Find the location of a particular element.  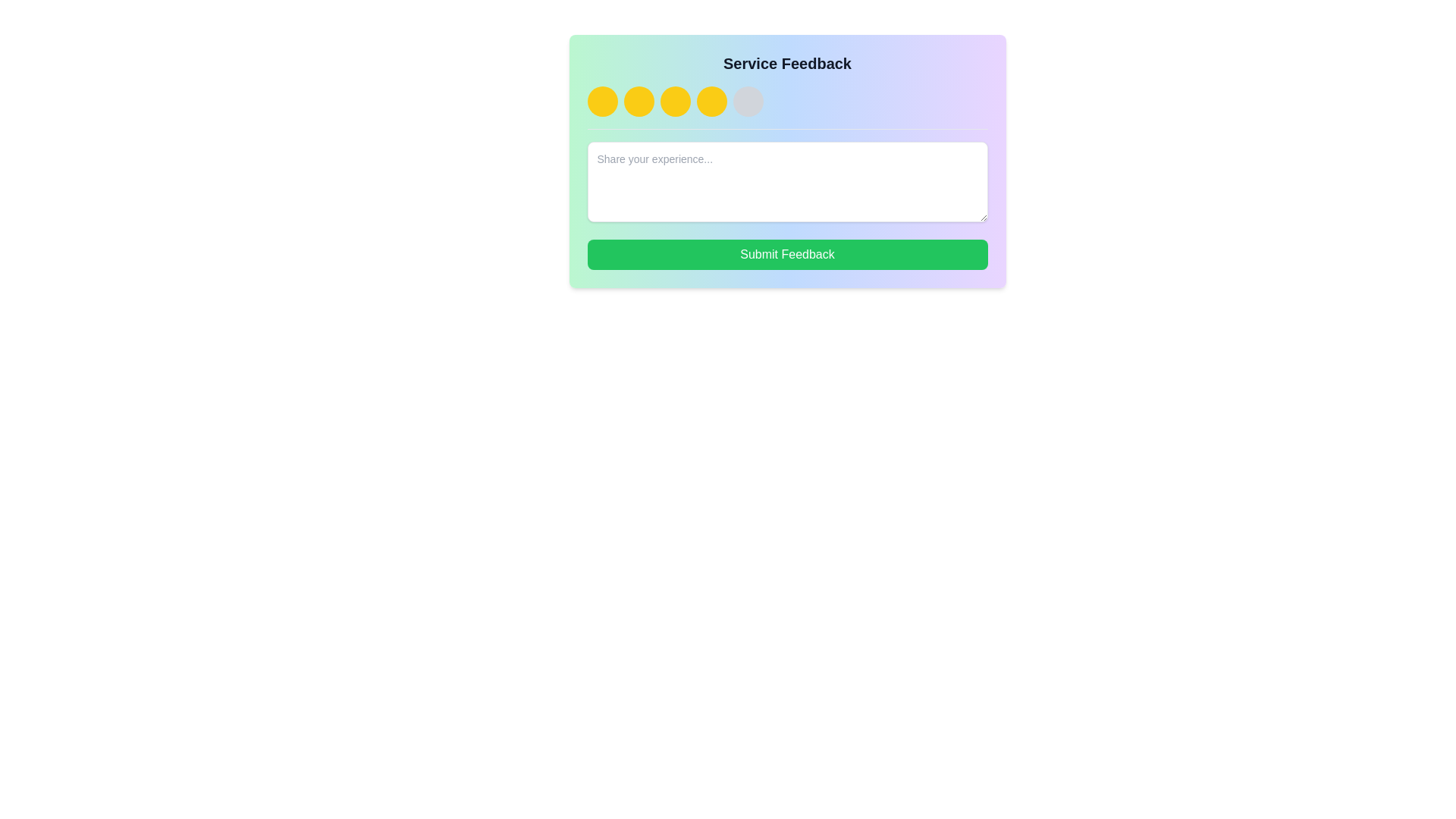

the fifth circular placeholder in the rating interface is located at coordinates (748, 102).